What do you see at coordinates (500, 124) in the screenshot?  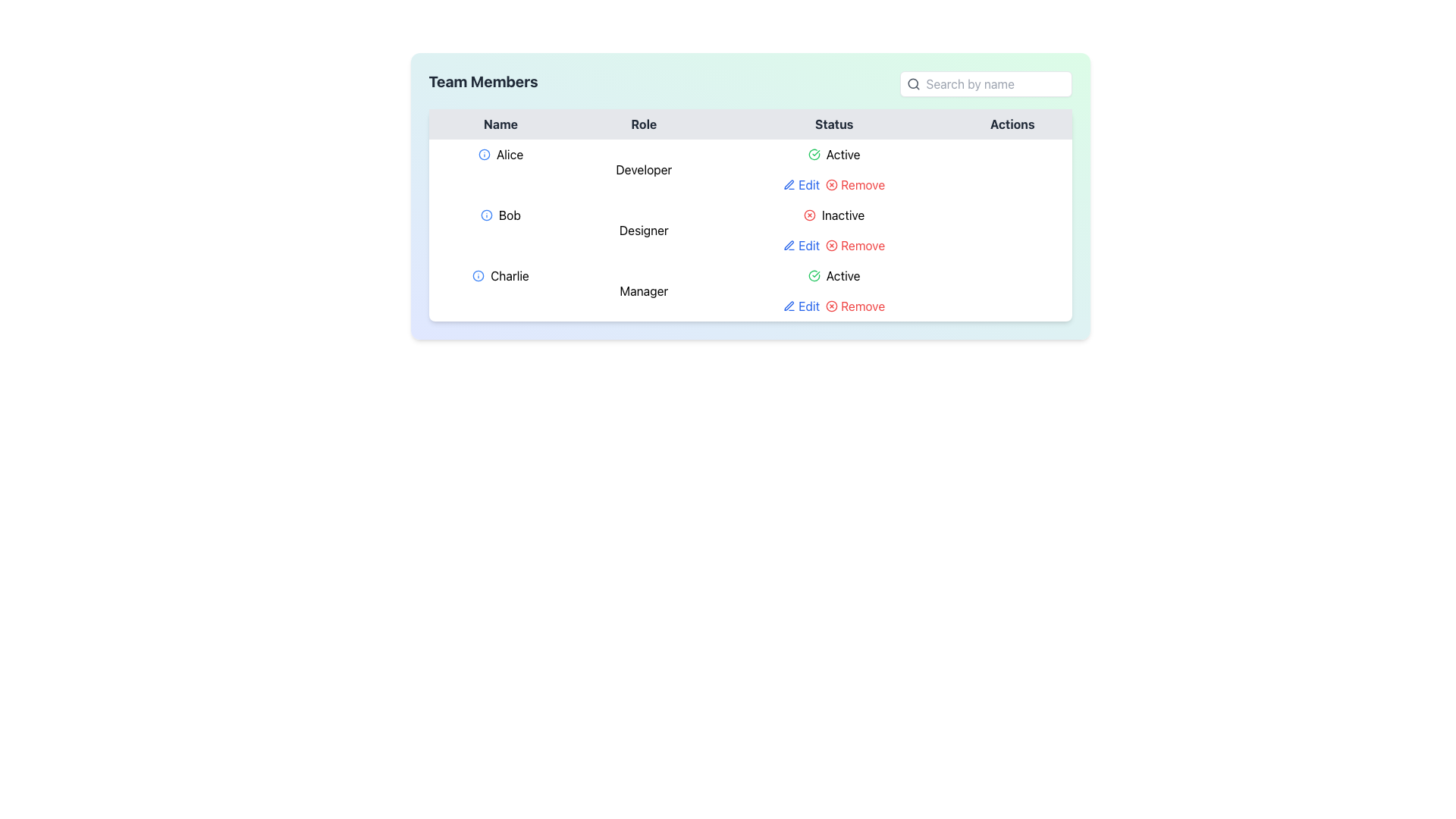 I see `the 'Name' label, which serves as the column header in the grid indicating the data pertains to names` at bounding box center [500, 124].